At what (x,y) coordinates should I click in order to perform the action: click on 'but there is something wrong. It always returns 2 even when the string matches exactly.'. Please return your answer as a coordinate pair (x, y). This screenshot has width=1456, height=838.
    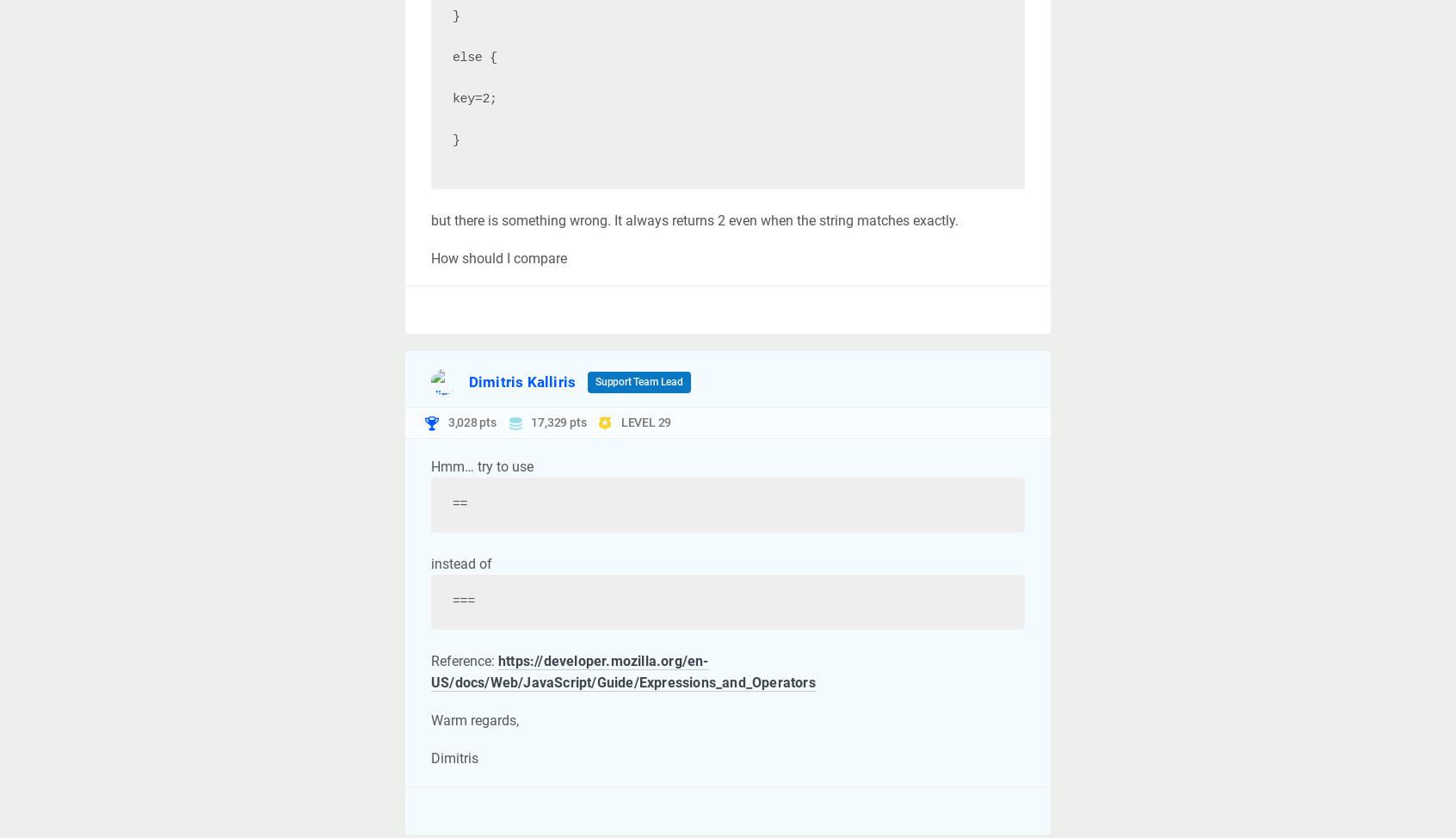
    Looking at the image, I should click on (431, 219).